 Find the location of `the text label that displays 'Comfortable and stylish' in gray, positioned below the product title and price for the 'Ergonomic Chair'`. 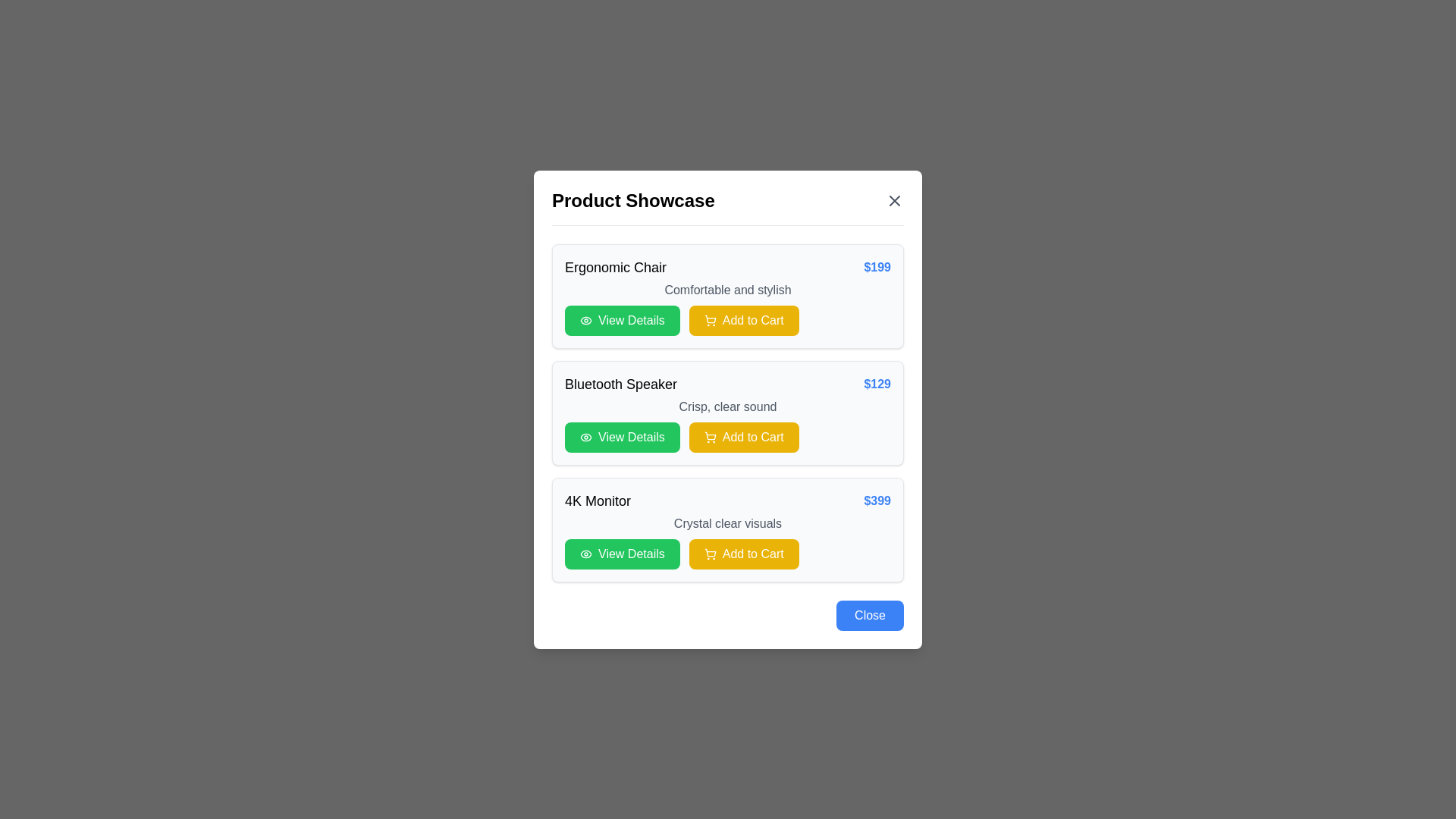

the text label that displays 'Comfortable and stylish' in gray, positioned below the product title and price for the 'Ergonomic Chair' is located at coordinates (728, 290).